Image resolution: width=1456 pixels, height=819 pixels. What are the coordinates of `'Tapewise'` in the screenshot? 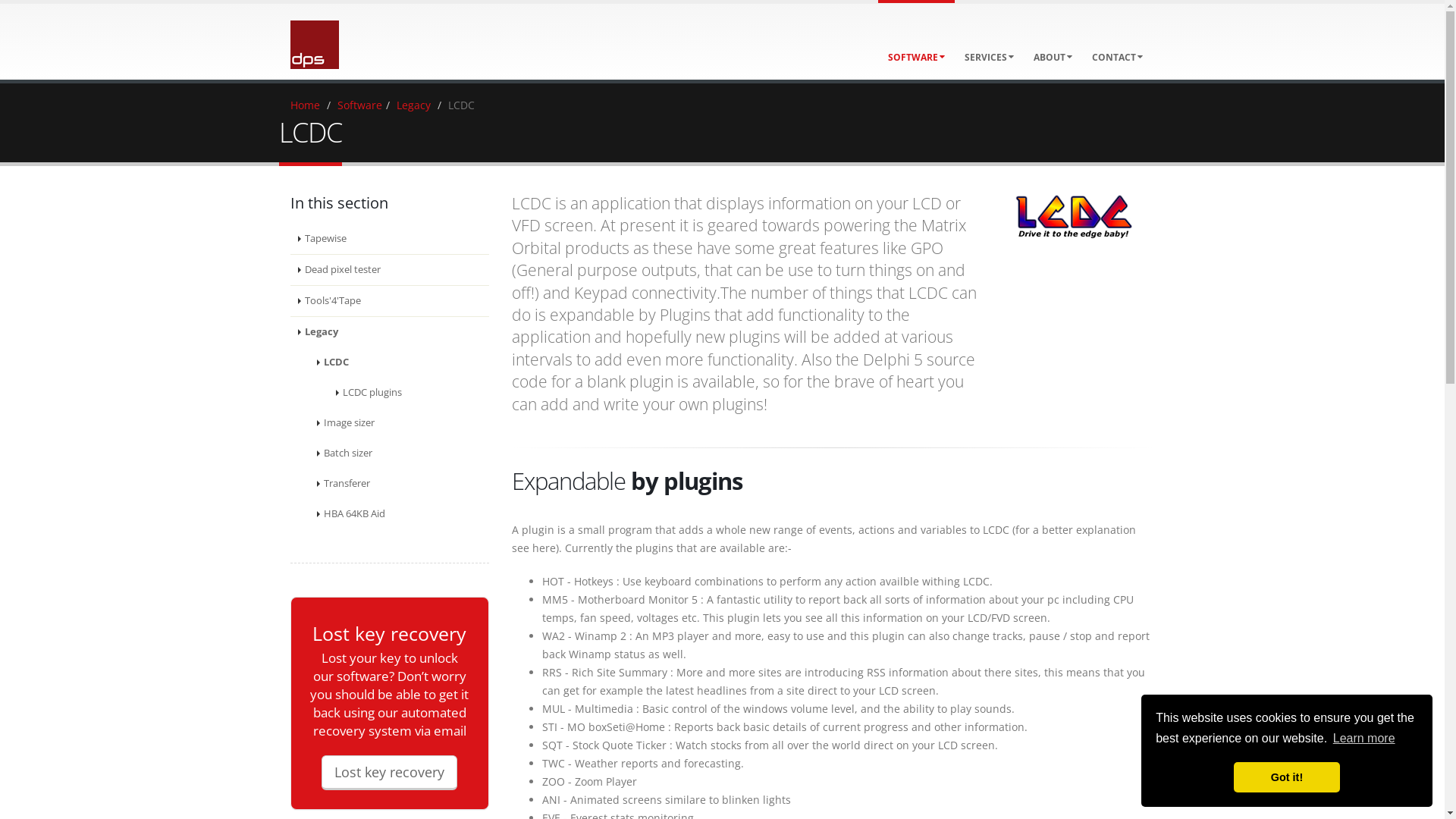 It's located at (389, 239).